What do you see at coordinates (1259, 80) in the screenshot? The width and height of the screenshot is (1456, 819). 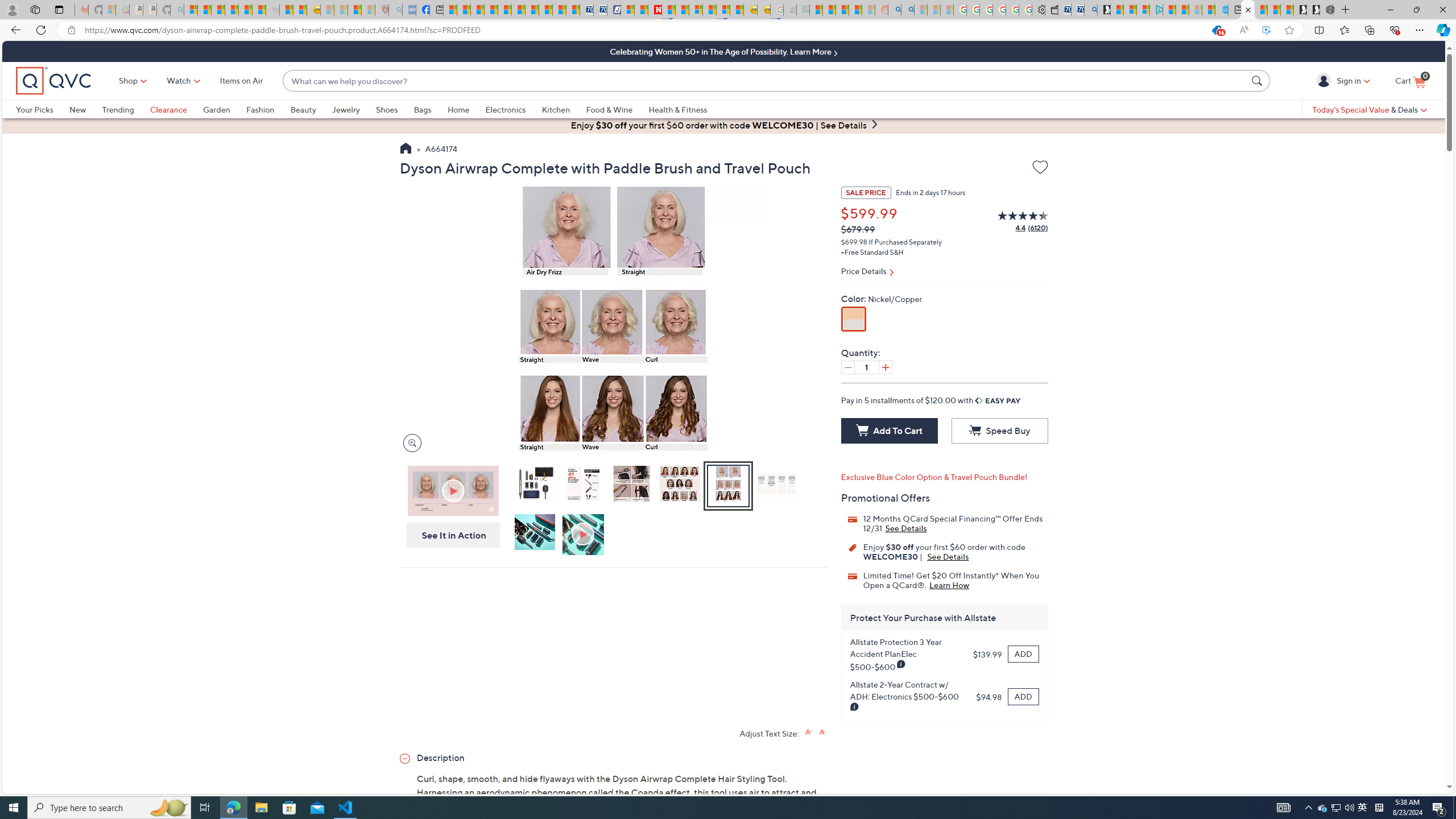 I see `'Search Submit'` at bounding box center [1259, 80].